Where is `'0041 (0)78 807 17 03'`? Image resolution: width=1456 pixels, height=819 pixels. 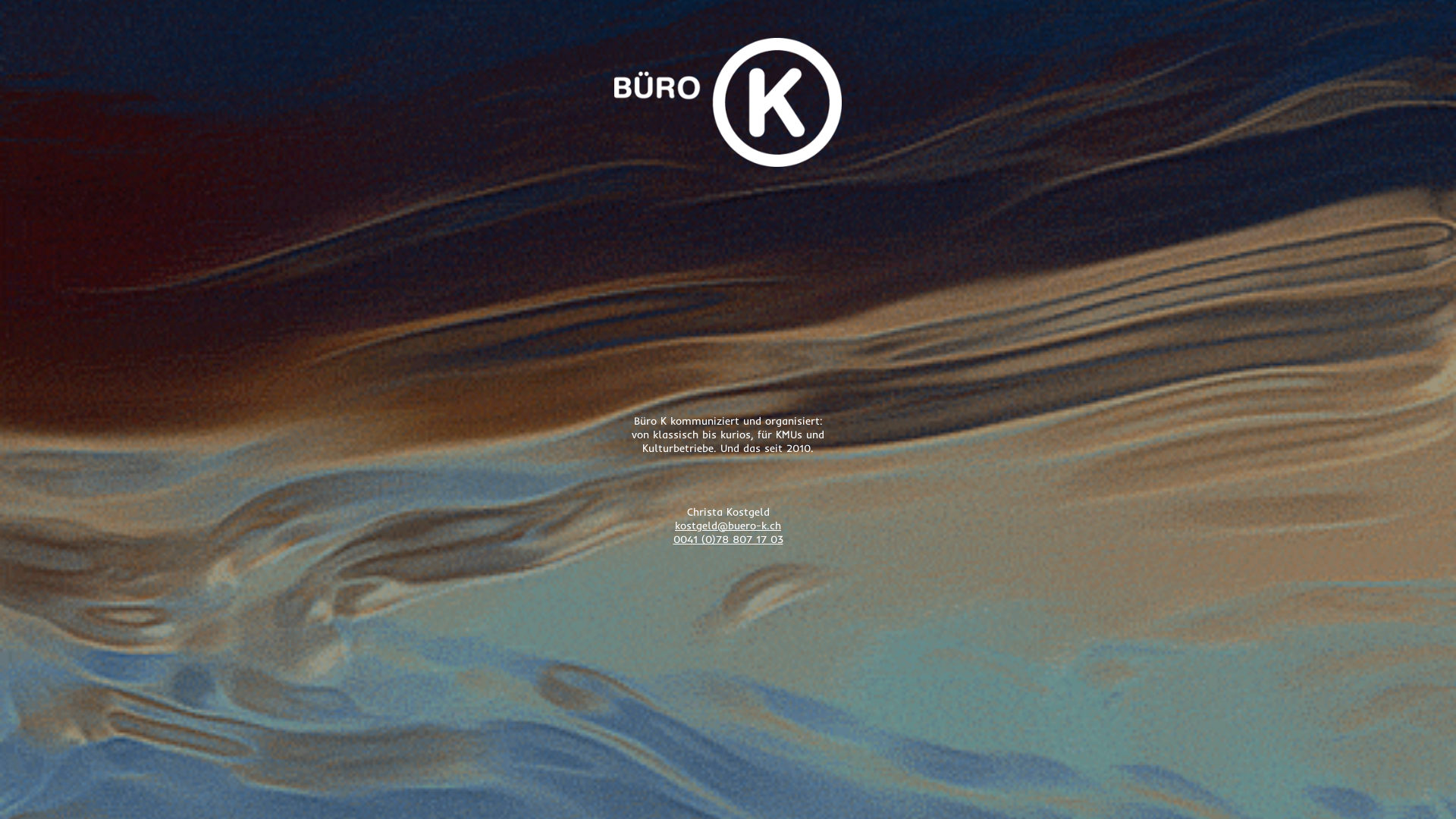 '0041 (0)78 807 17 03' is located at coordinates (728, 538).